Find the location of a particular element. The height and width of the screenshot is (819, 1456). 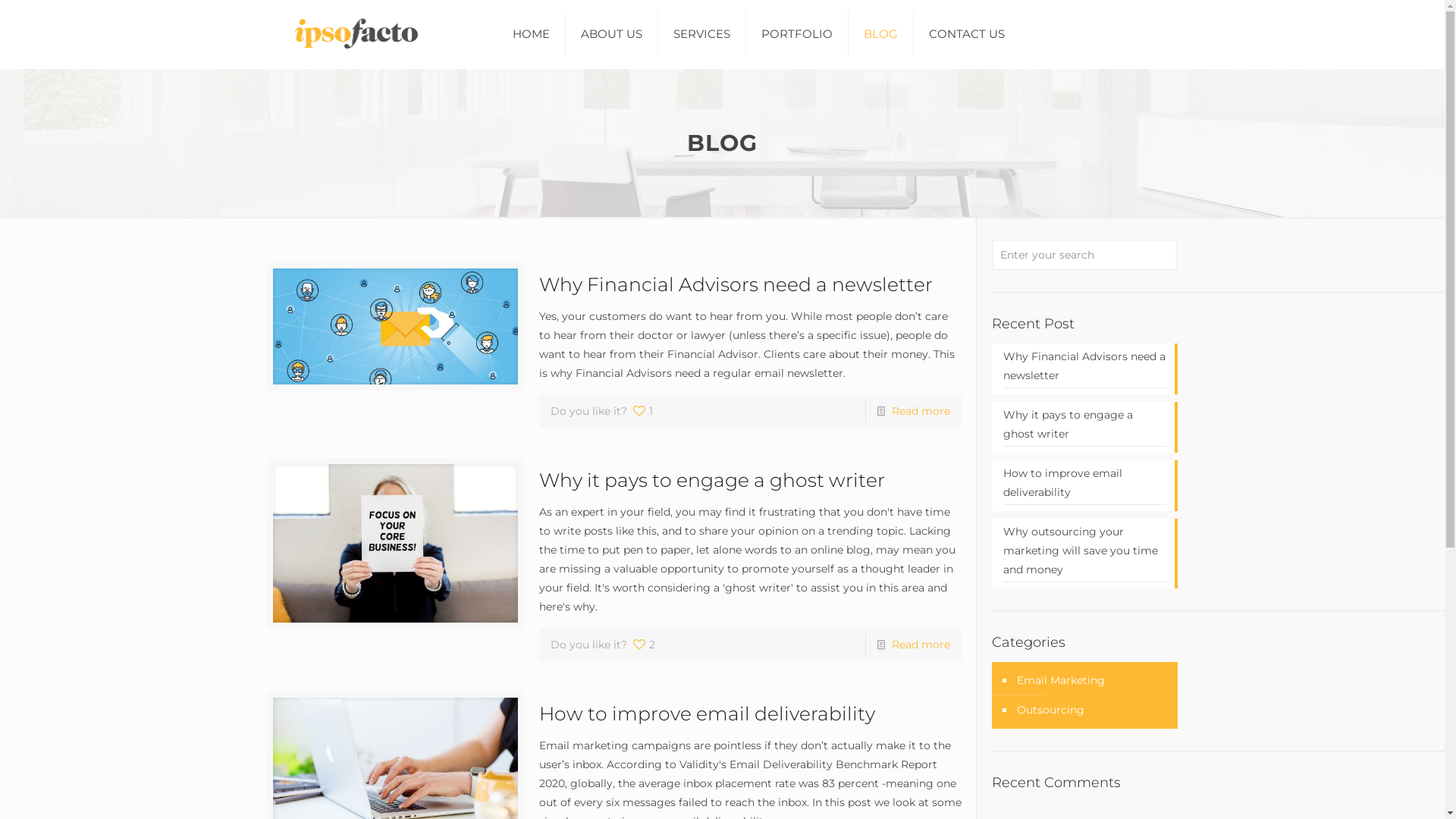

'Outsourcing' is located at coordinates (1048, 710).